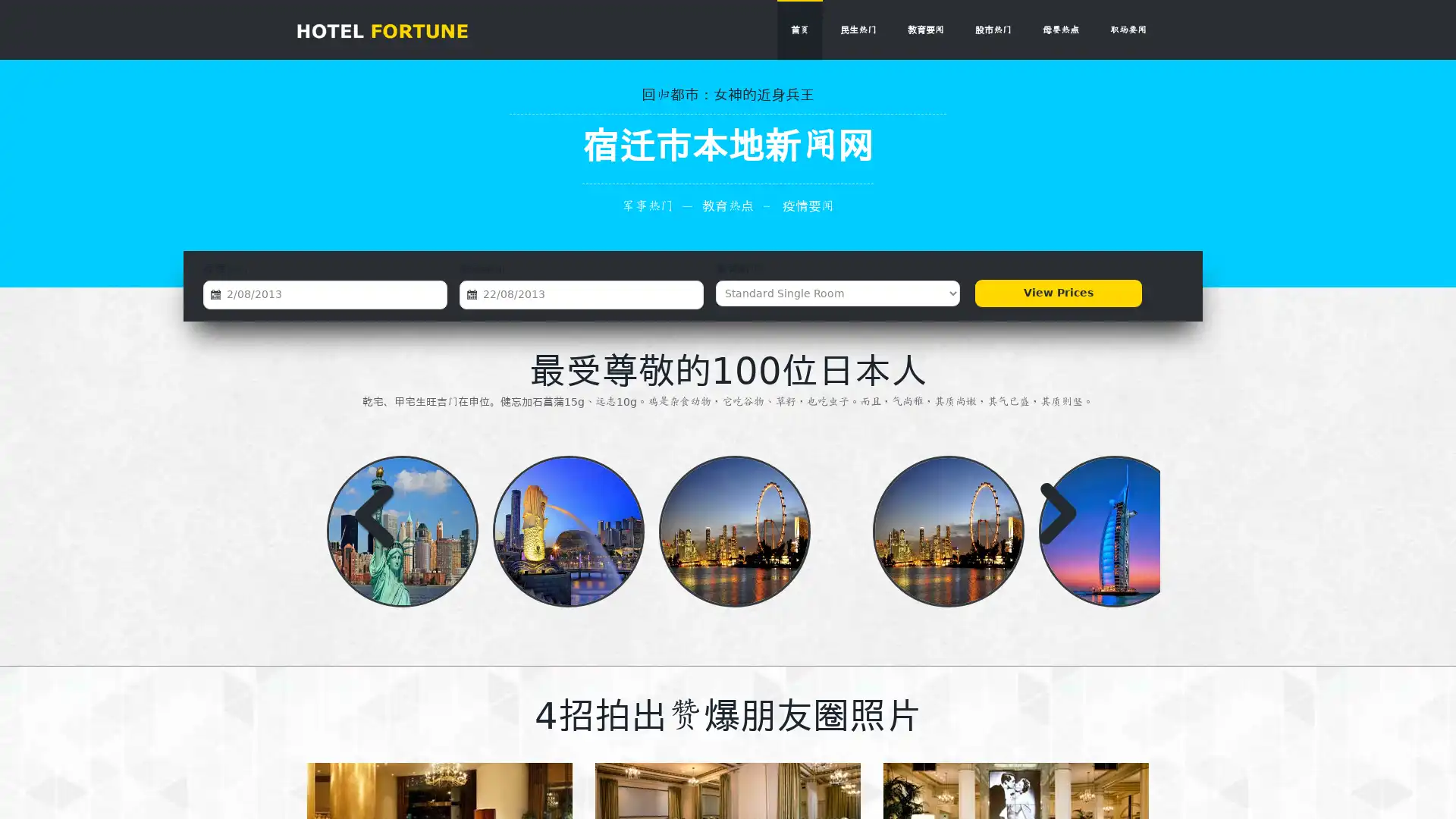 The height and width of the screenshot is (819, 1456). I want to click on View Prices, so click(1057, 293).